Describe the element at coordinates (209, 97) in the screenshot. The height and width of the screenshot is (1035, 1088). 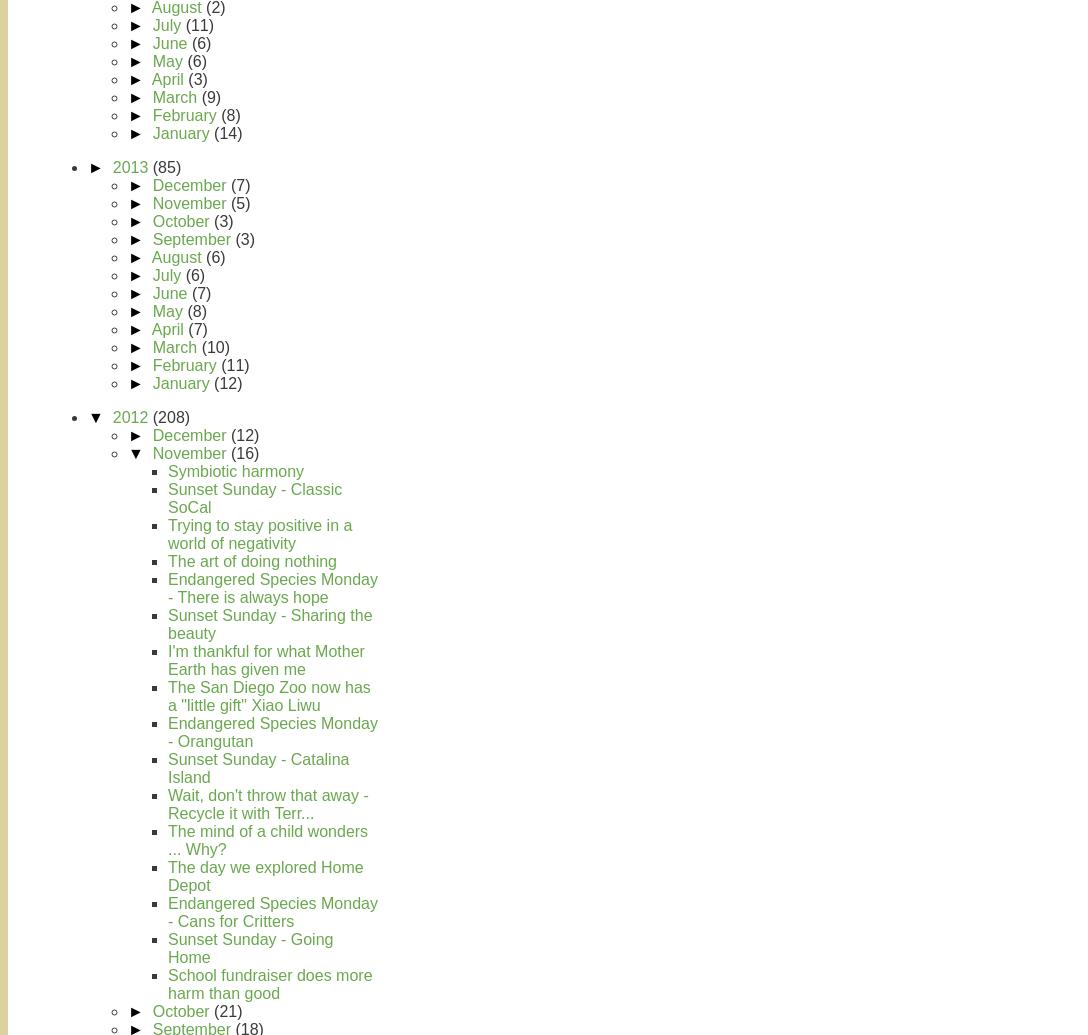
I see `'(9)'` at that location.